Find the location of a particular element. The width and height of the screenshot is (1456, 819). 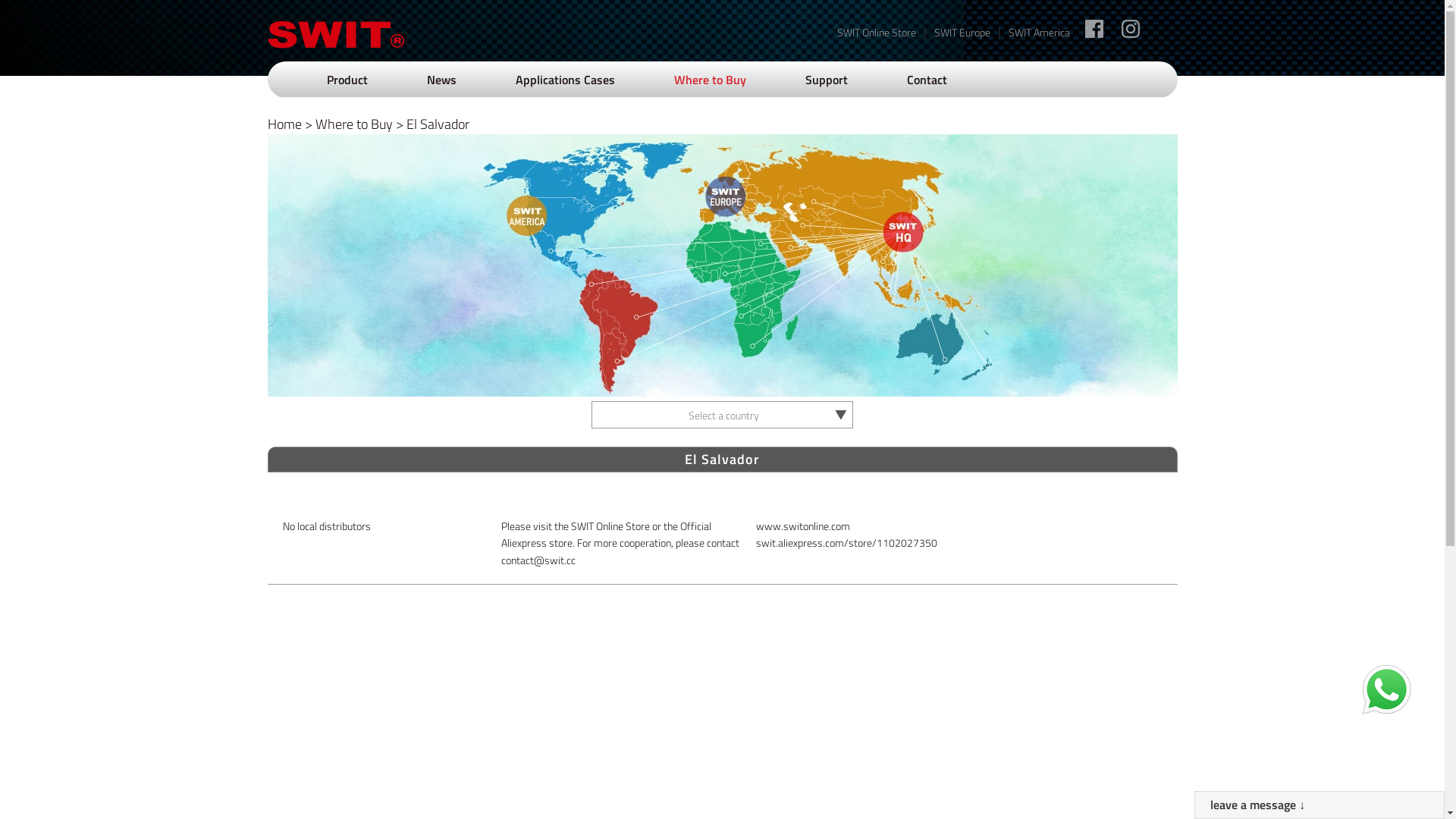

'Applications Cases' is located at coordinates (516, 79).